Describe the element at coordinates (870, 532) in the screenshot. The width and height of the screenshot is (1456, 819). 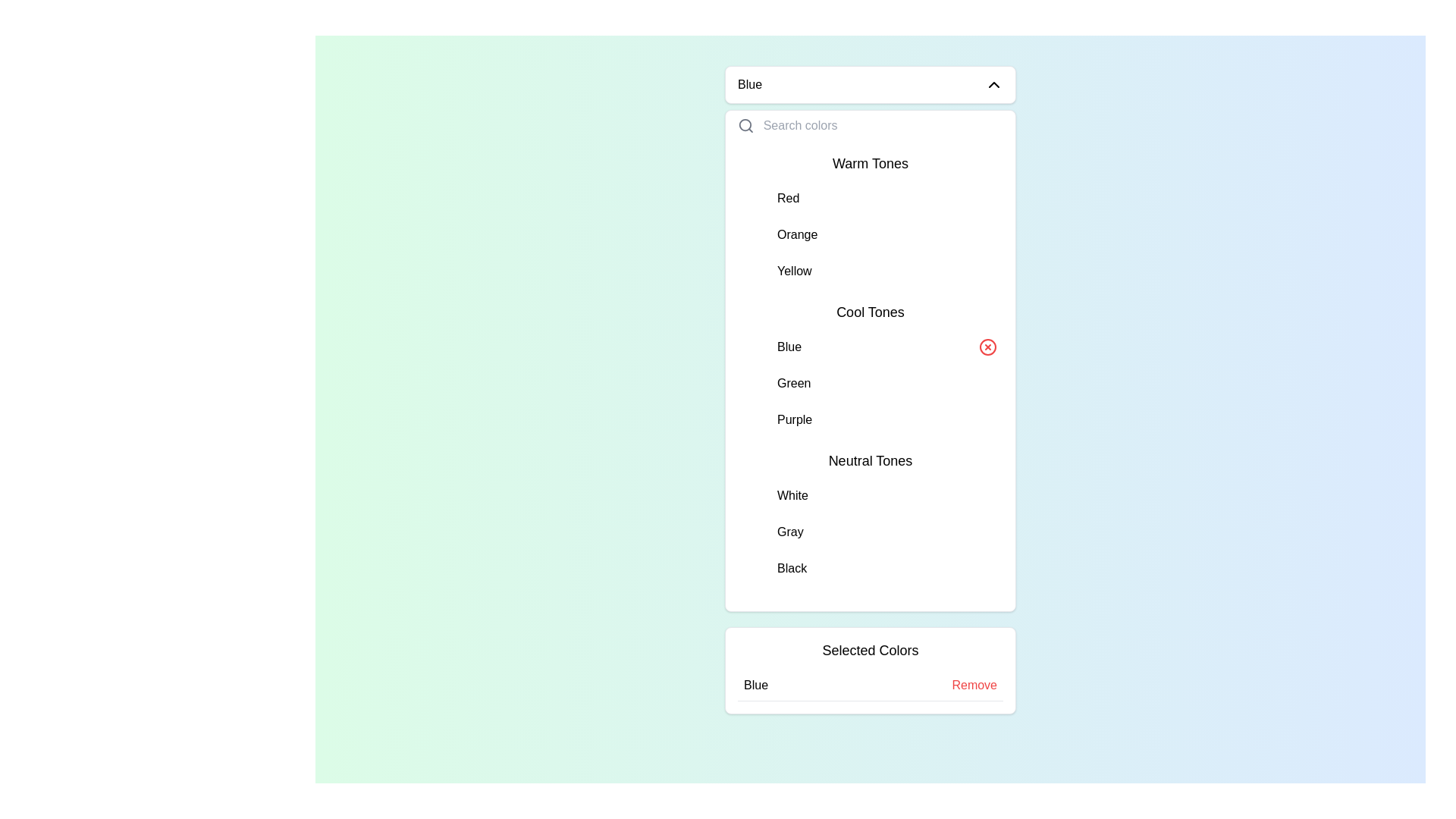
I see `the second list item labeled 'Gray' in the 'Neutral Tones' list` at that location.